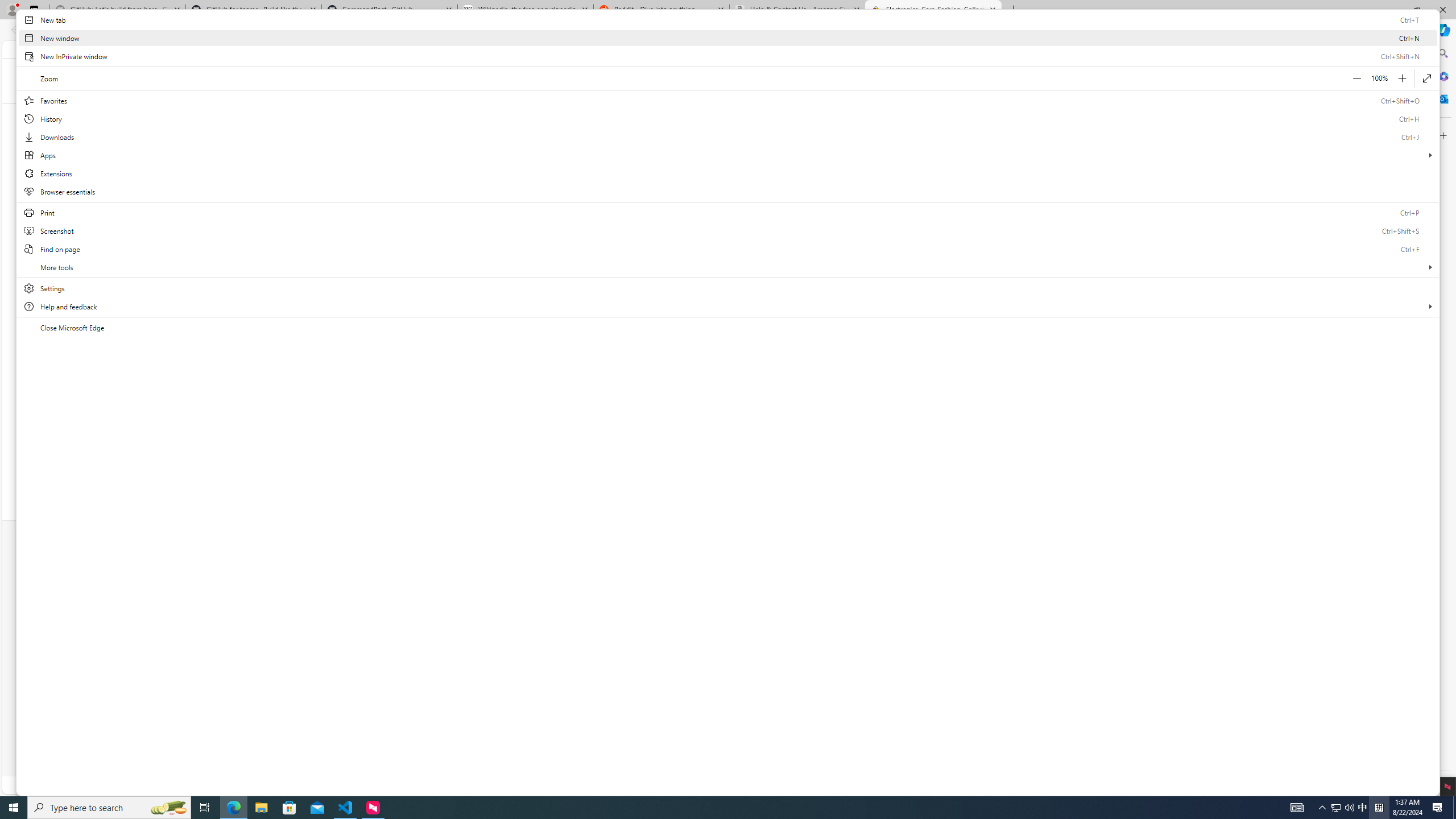  What do you see at coordinates (658, 30) in the screenshot?
I see `'Address and search bar'` at bounding box center [658, 30].